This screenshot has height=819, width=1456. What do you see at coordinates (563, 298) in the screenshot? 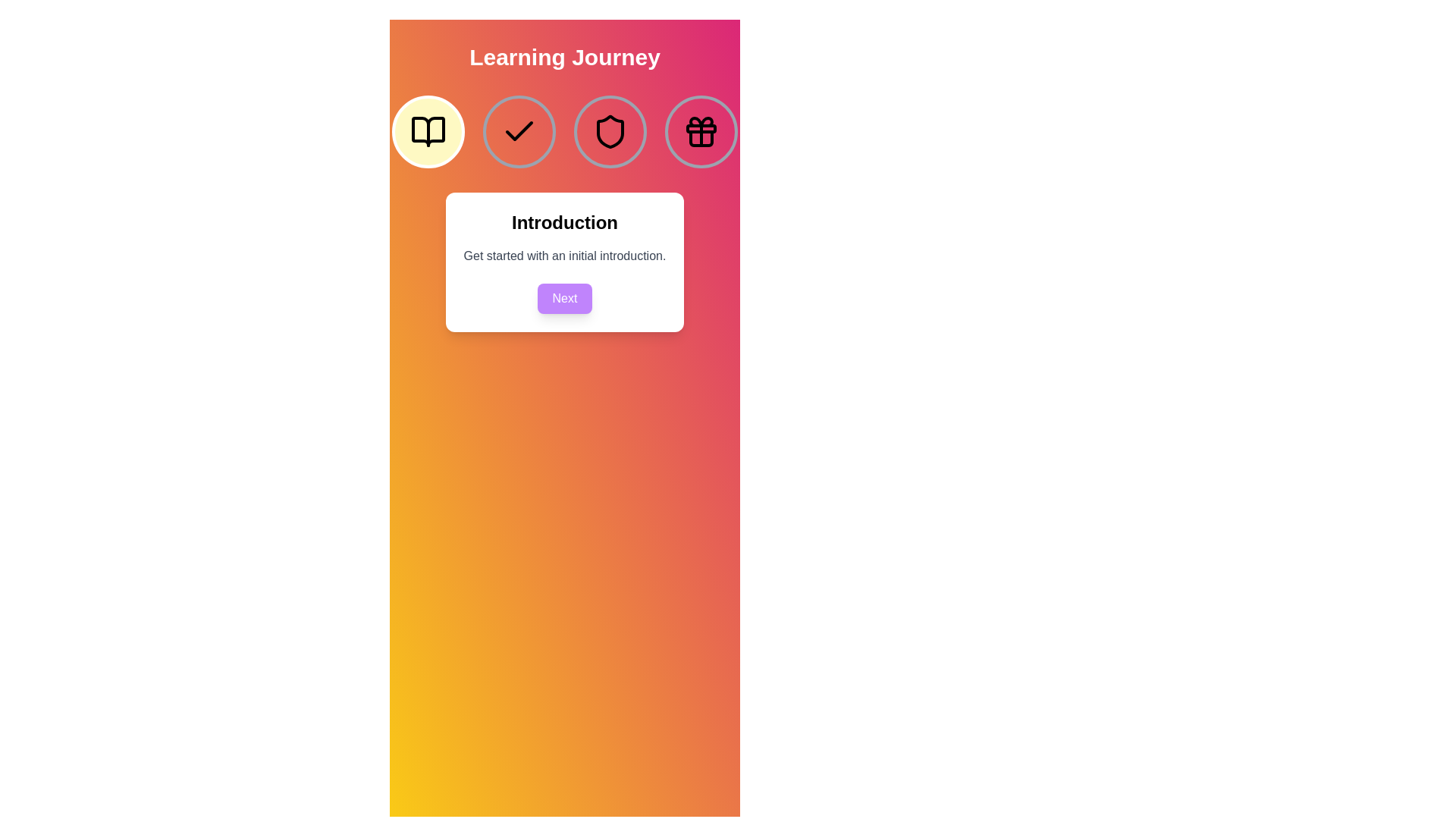
I see `'Next' button to proceed to the next step` at bounding box center [563, 298].